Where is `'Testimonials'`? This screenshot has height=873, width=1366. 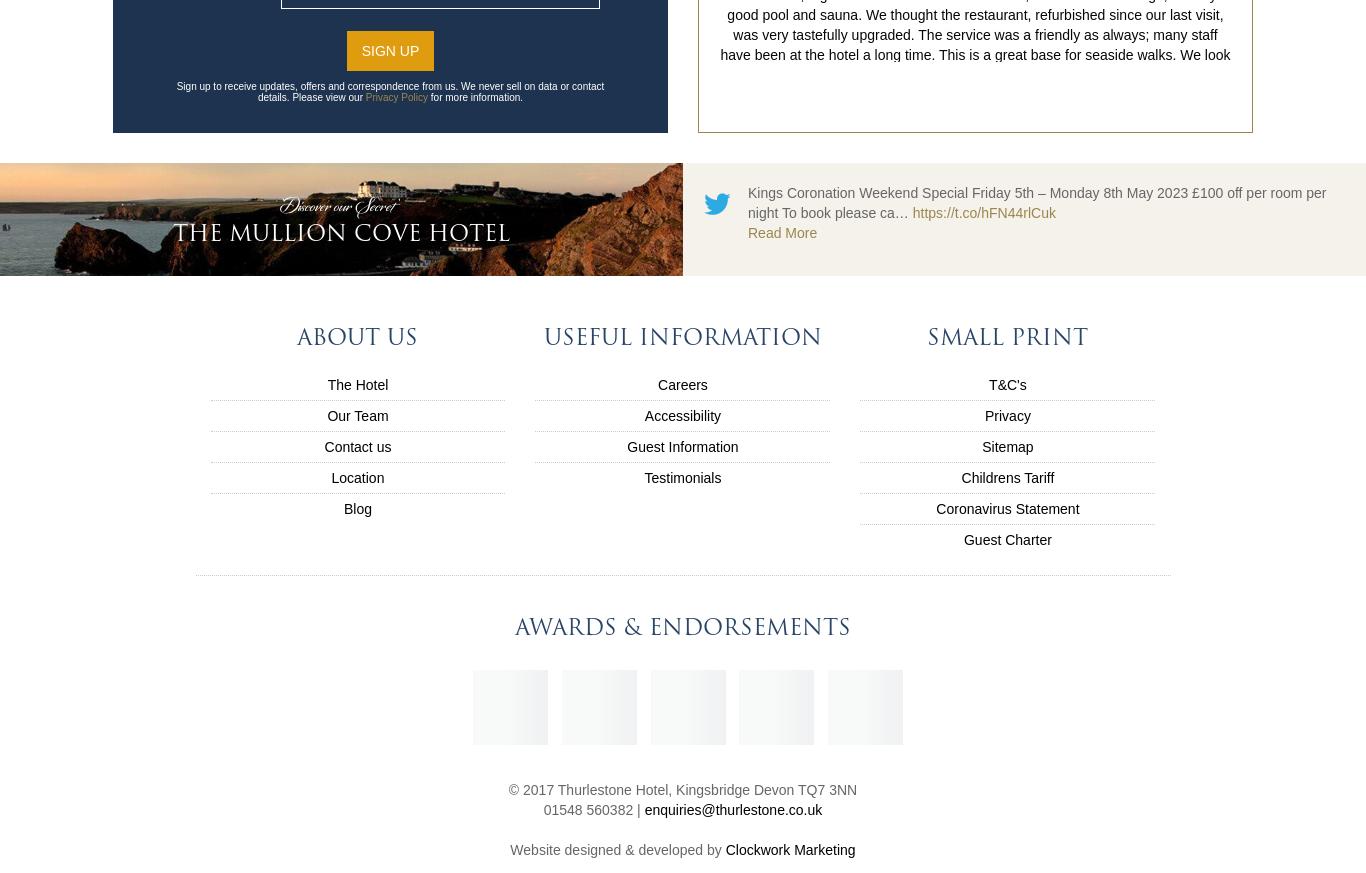 'Testimonials' is located at coordinates (681, 477).